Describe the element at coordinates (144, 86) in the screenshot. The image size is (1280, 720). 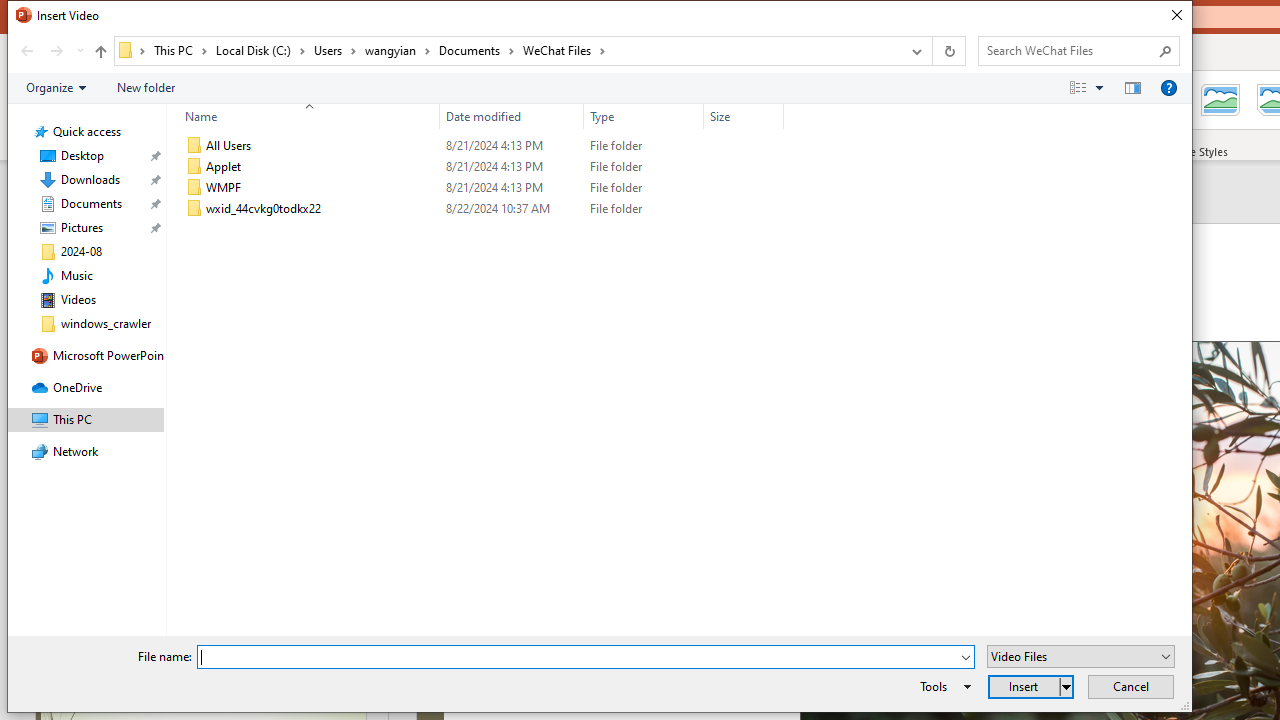
I see `'New folder'` at that location.